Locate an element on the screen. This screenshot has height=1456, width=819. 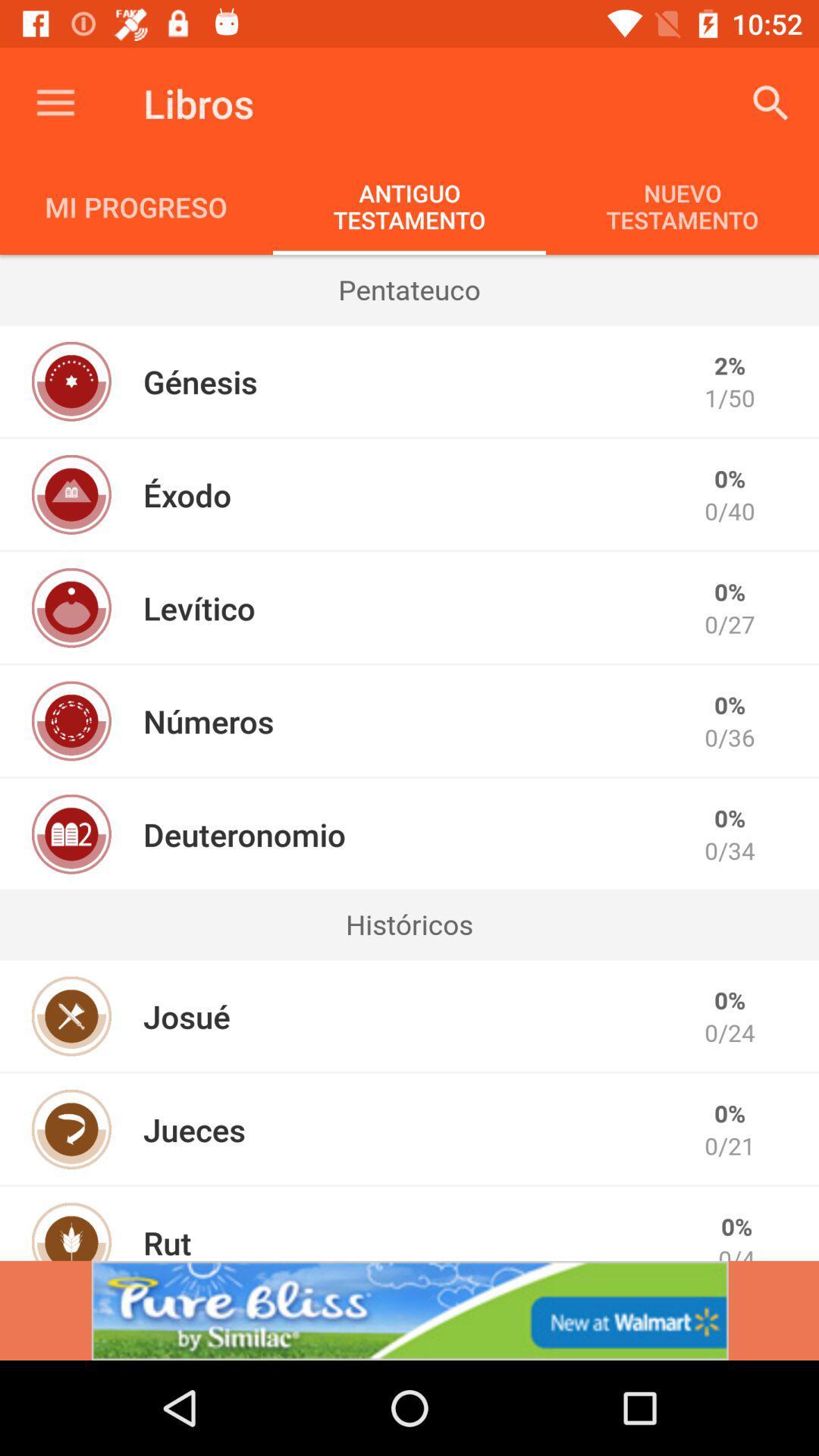
item to the left of the 0/40 is located at coordinates (187, 494).